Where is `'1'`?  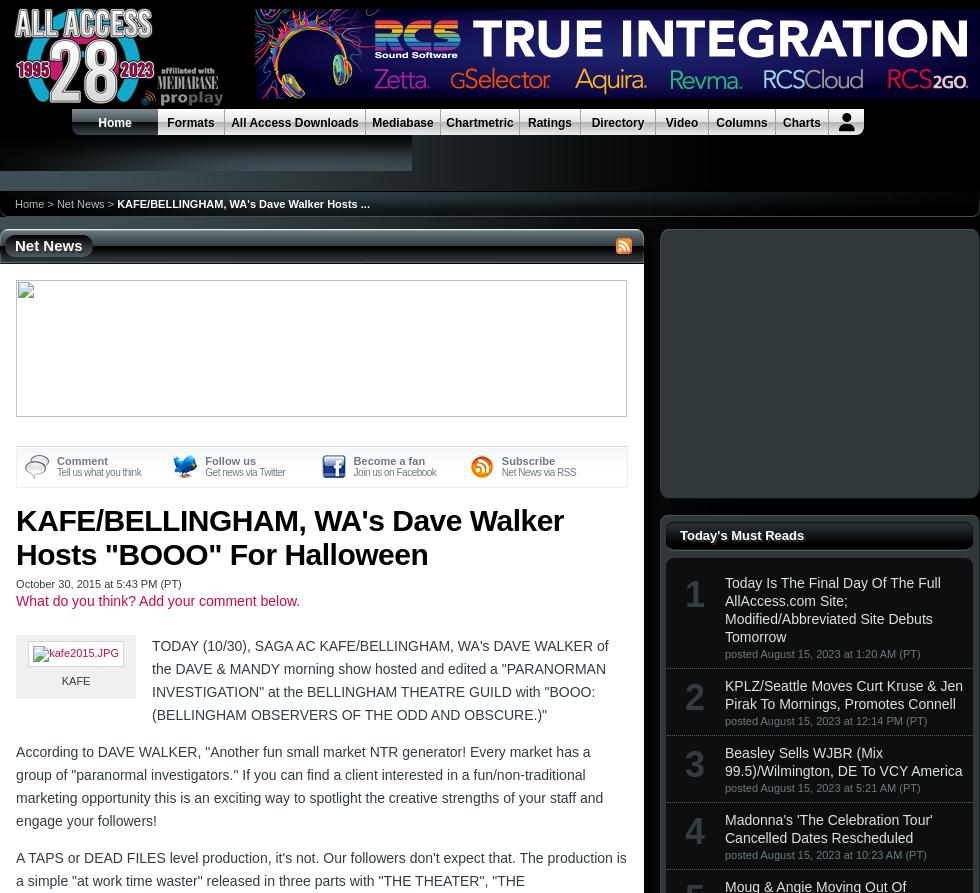 '1' is located at coordinates (694, 593).